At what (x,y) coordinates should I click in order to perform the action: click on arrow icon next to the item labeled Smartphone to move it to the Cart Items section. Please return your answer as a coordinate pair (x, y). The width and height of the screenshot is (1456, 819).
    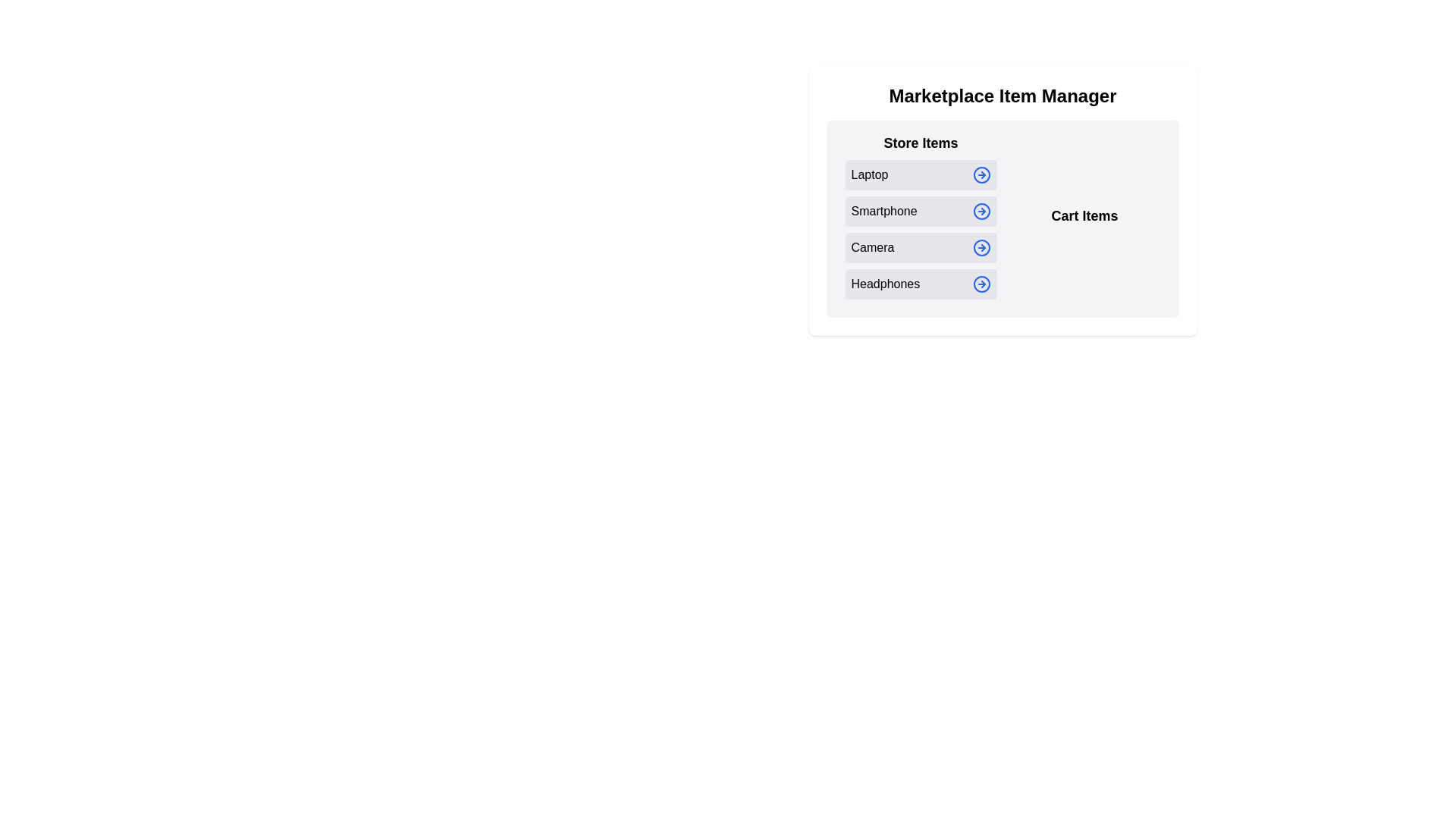
    Looking at the image, I should click on (981, 211).